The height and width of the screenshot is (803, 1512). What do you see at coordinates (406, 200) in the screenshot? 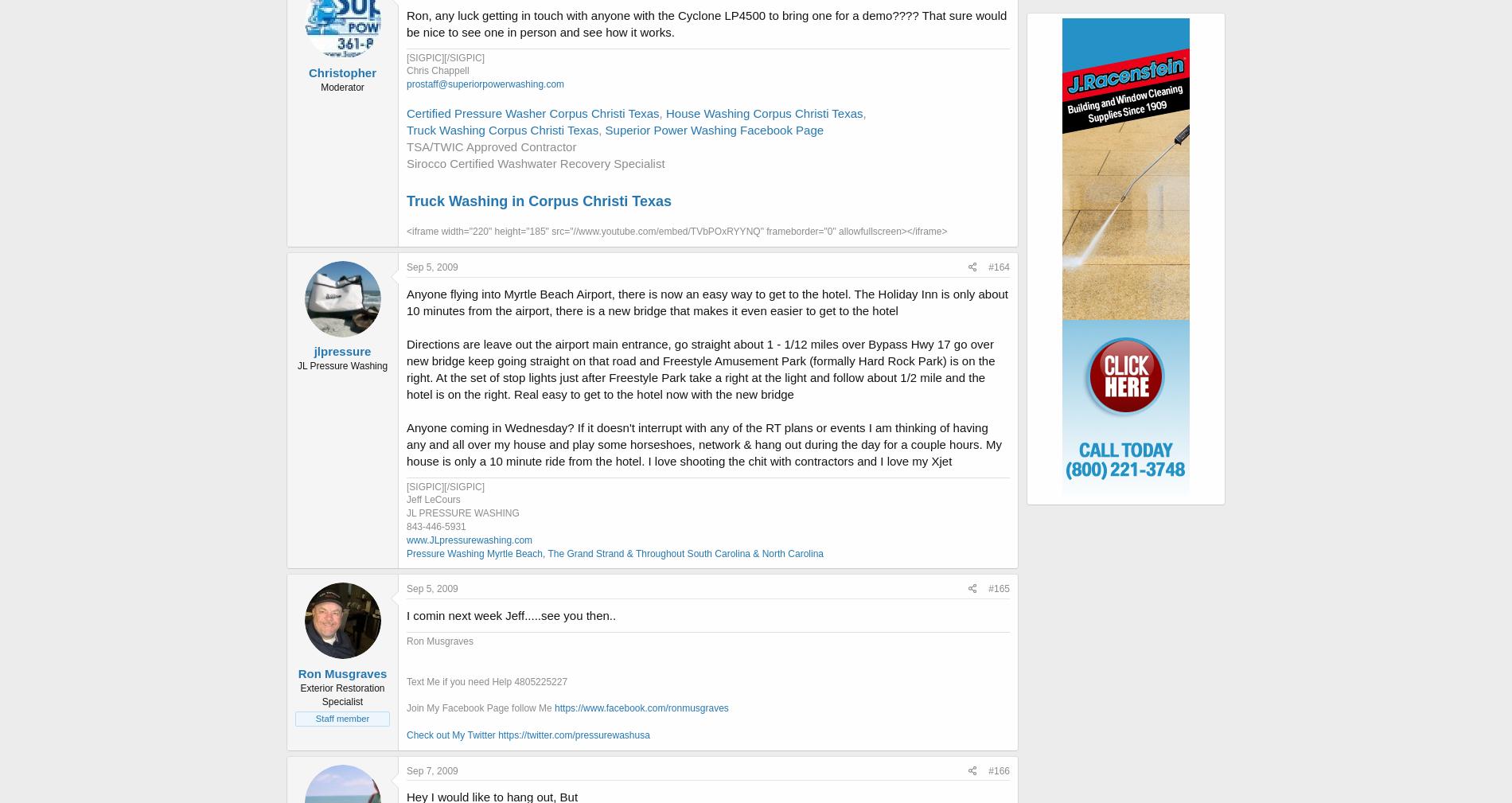
I see `'Truck Washing in Corpus Christi Texas'` at bounding box center [406, 200].